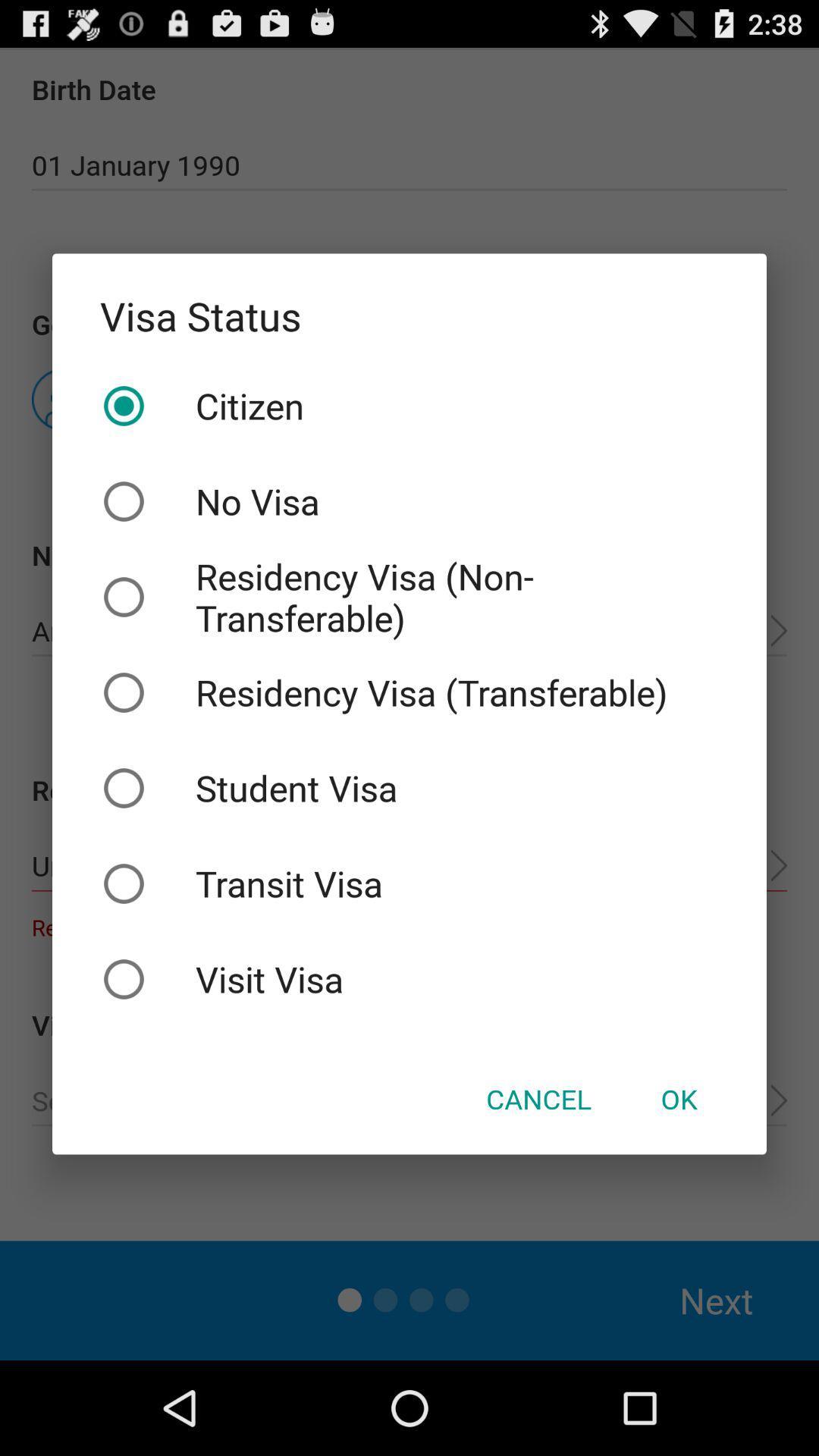 The height and width of the screenshot is (1456, 819). I want to click on the icon to the left of ok, so click(538, 1099).